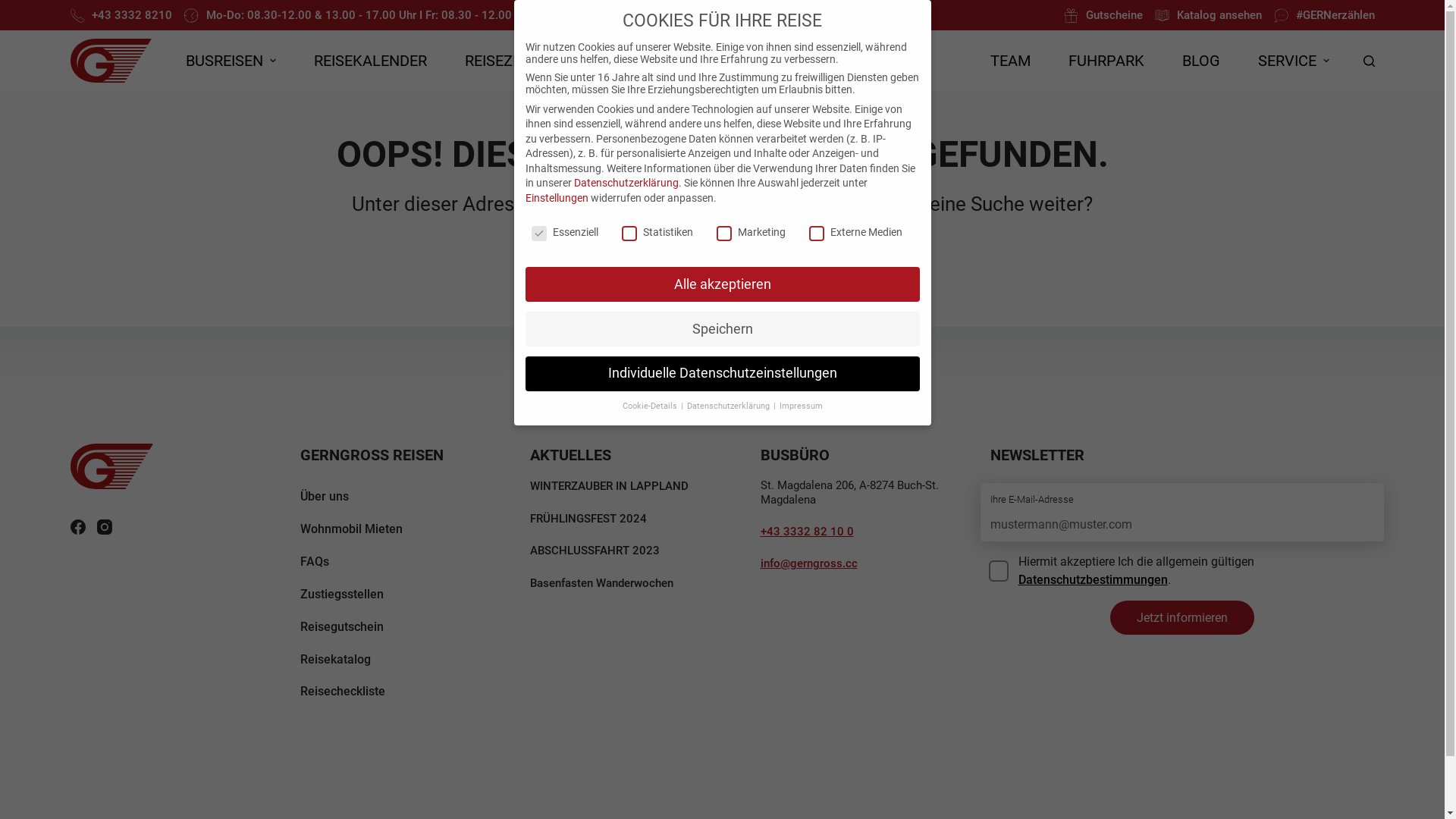  What do you see at coordinates (1292, 60) in the screenshot?
I see `'SERVICE'` at bounding box center [1292, 60].